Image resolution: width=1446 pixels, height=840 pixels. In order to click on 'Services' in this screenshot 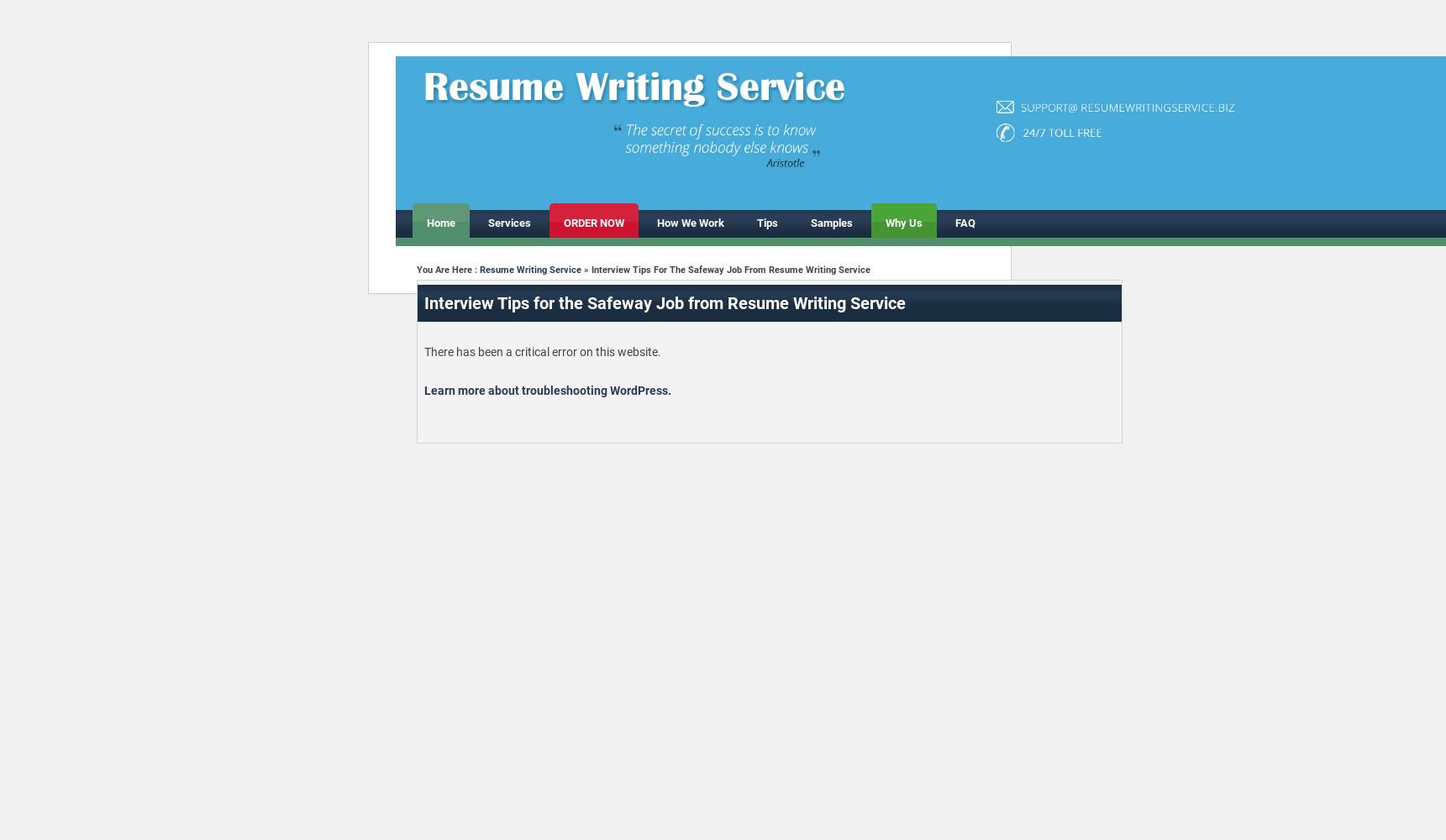, I will do `click(508, 223)`.